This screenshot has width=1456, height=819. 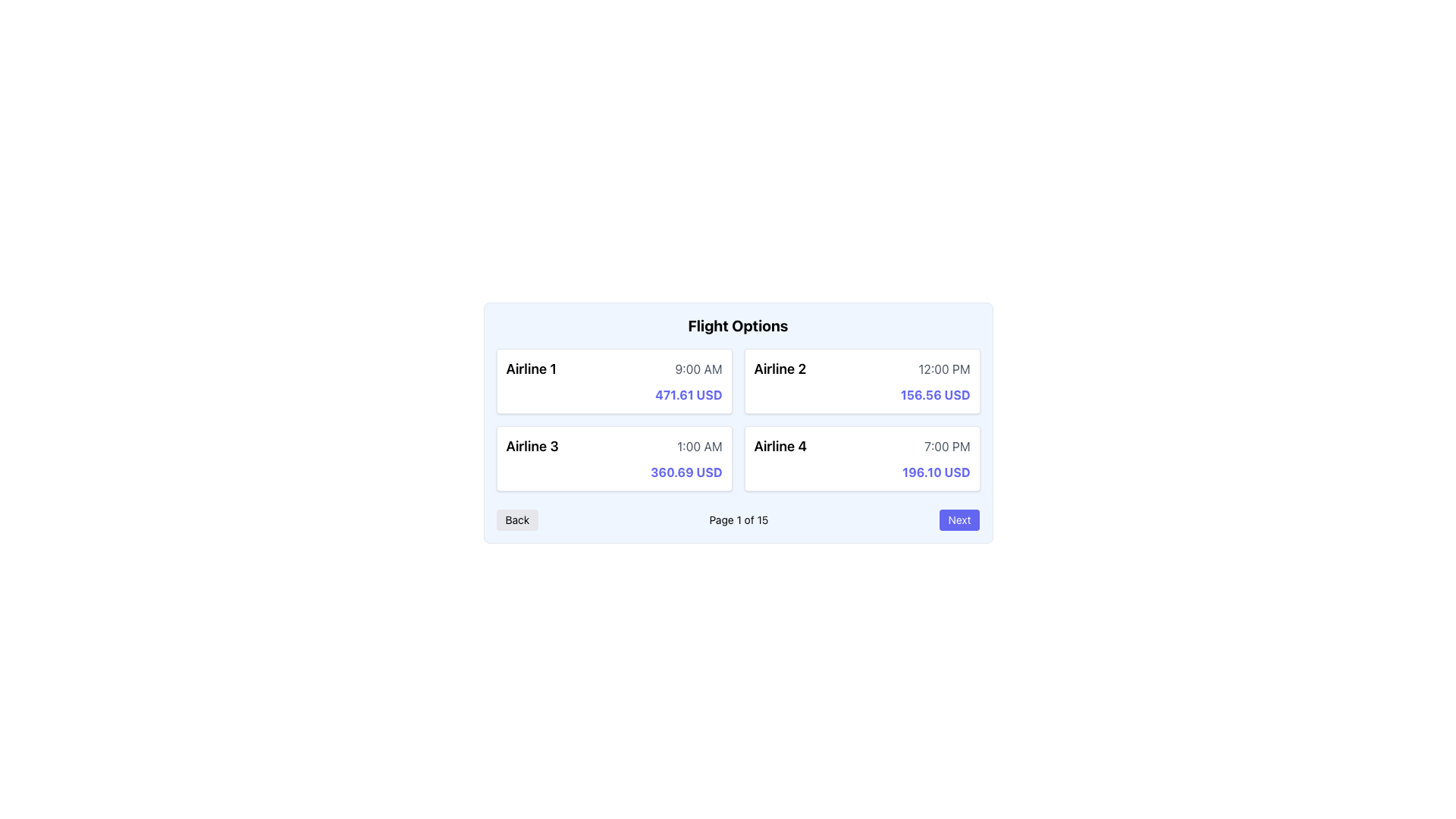 What do you see at coordinates (531, 369) in the screenshot?
I see `the static text label displaying 'Airline 1', which is part of a card layout in the top-left cell of a grid containing airline options` at bounding box center [531, 369].